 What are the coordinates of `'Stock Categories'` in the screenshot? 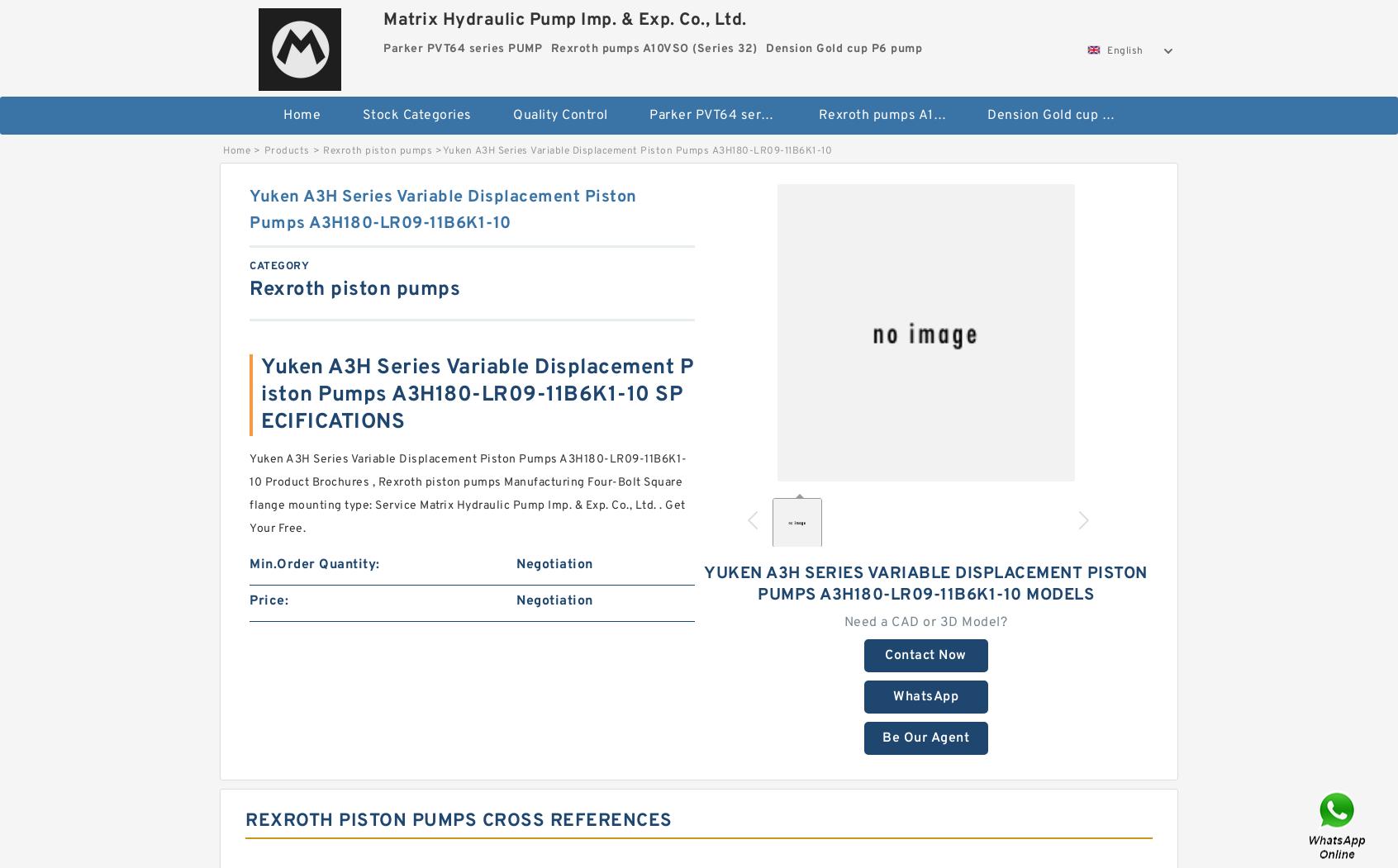 It's located at (416, 114).